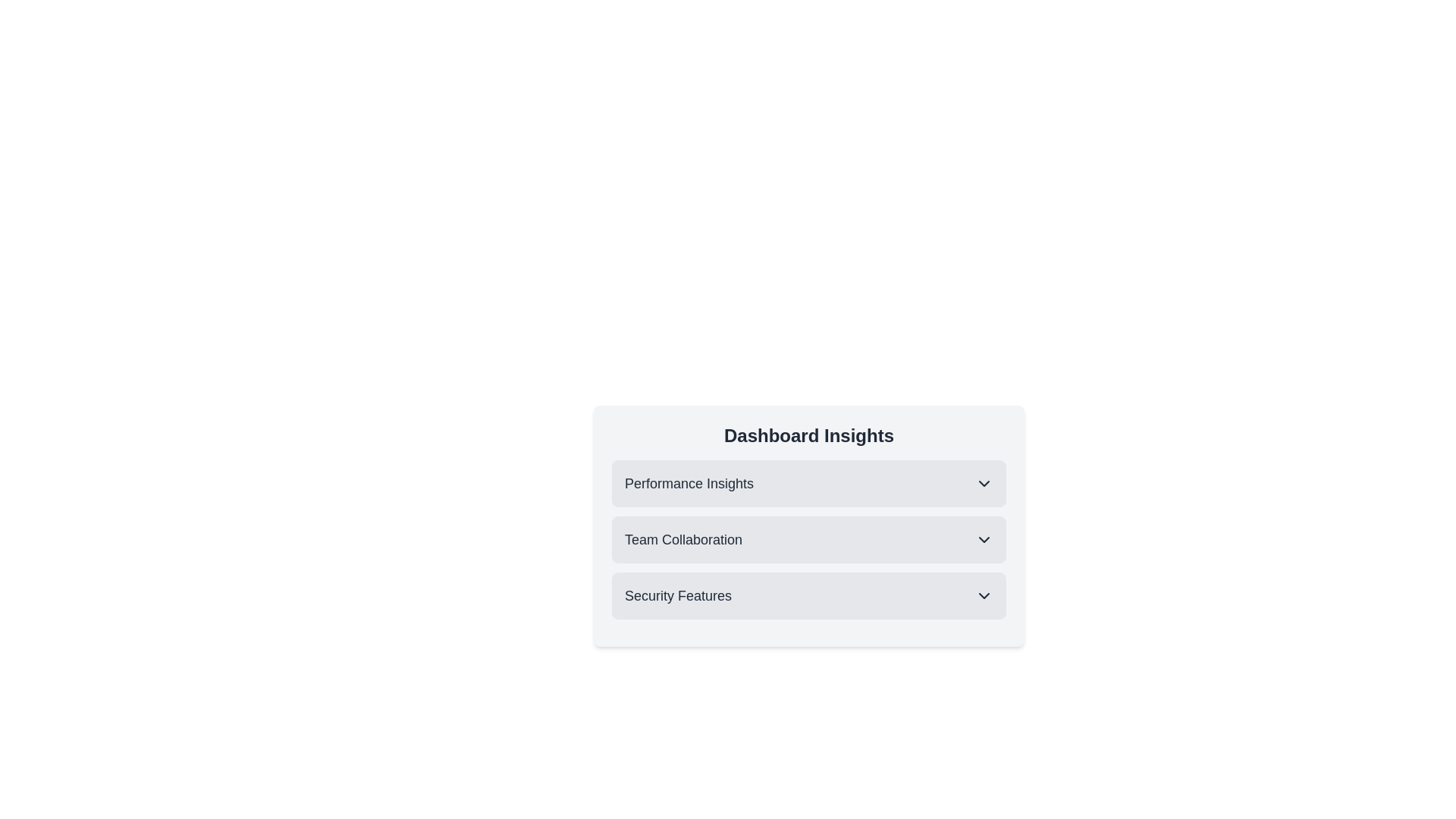 This screenshot has height=819, width=1456. Describe the element at coordinates (984, 539) in the screenshot. I see `the black downward-facing chevron icon indicating expandable content, located to the right of the 'Team Collaboration' text for potential visual feedback` at that location.